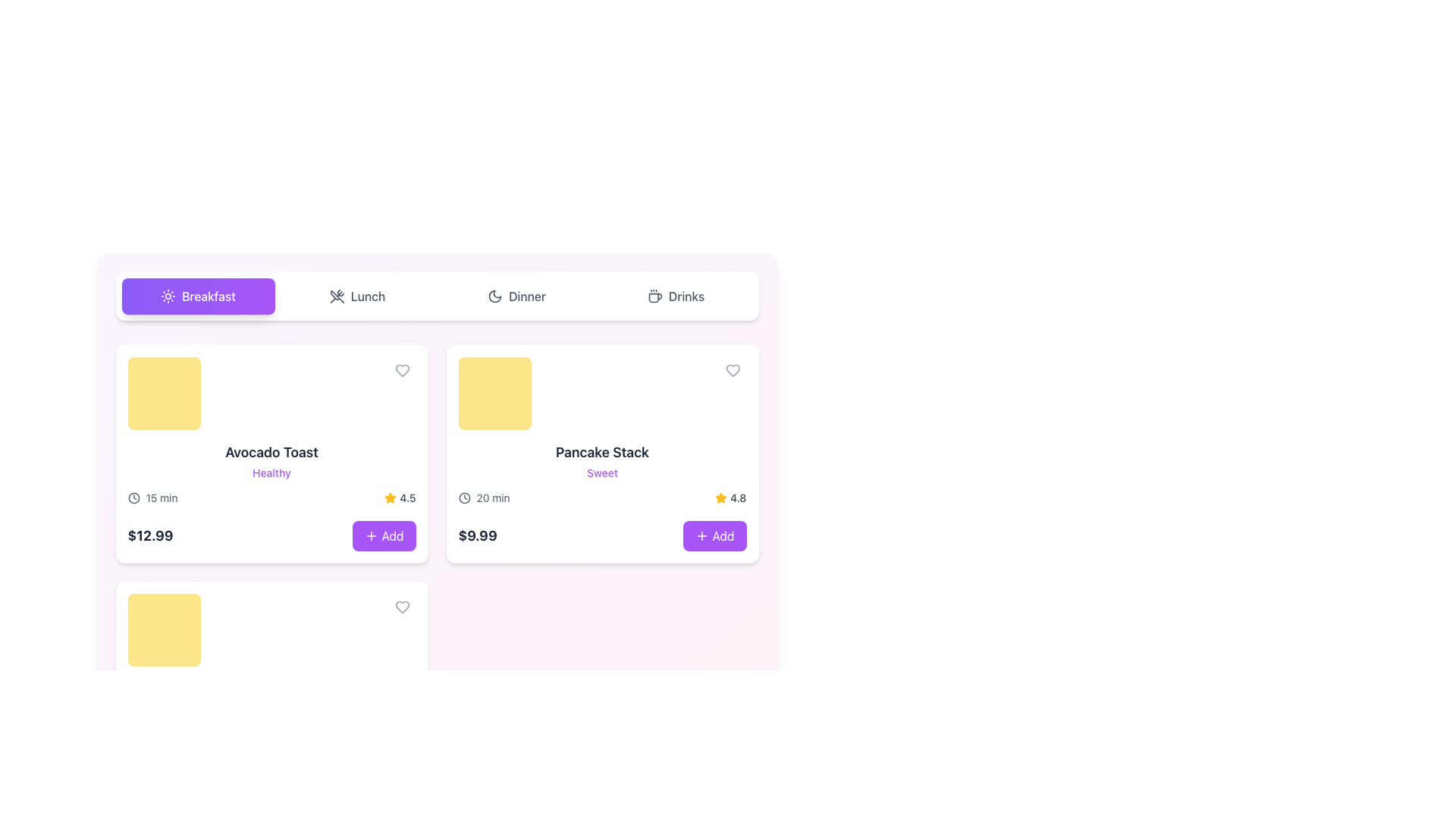 This screenshot has height=819, width=1456. I want to click on the interactive button on the right-hand side of the layout, so click(384, 772).